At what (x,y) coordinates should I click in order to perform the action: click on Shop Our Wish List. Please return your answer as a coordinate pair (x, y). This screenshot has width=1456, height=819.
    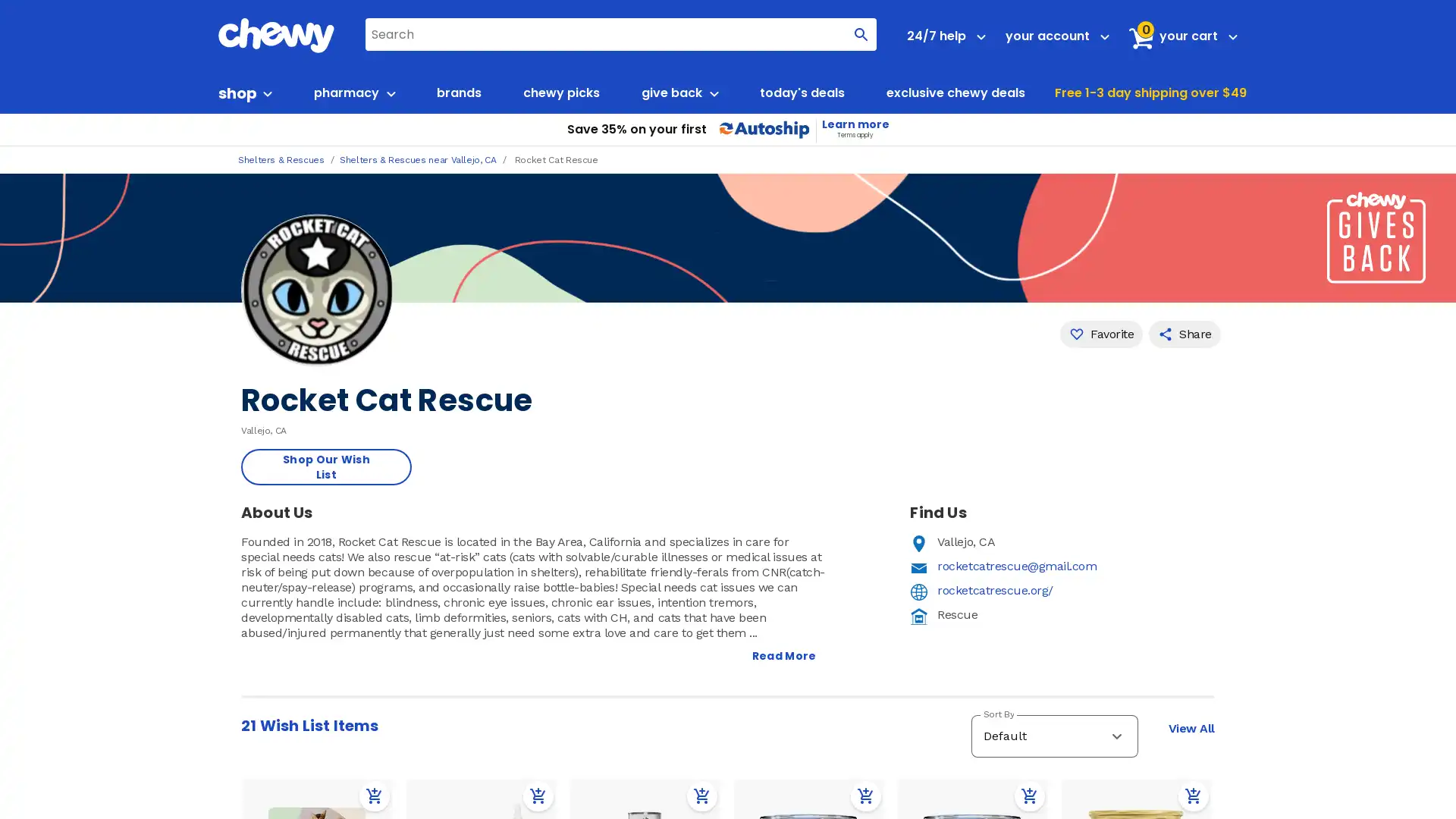
    Looking at the image, I should click on (325, 466).